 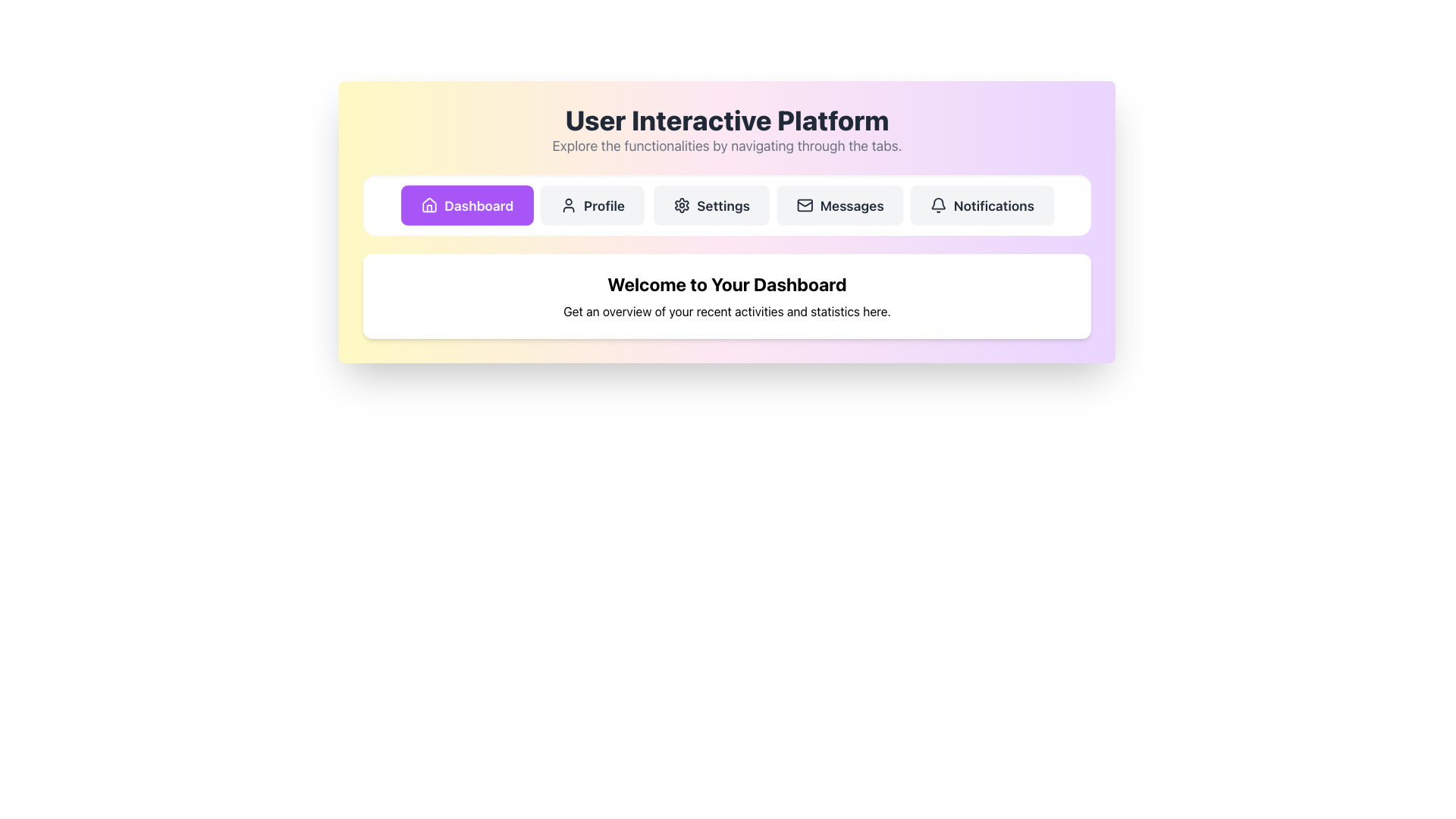 What do you see at coordinates (592, 205) in the screenshot?
I see `the 'Profile' button, which has a light gray background, dark gray text, and a user silhouette icon` at bounding box center [592, 205].